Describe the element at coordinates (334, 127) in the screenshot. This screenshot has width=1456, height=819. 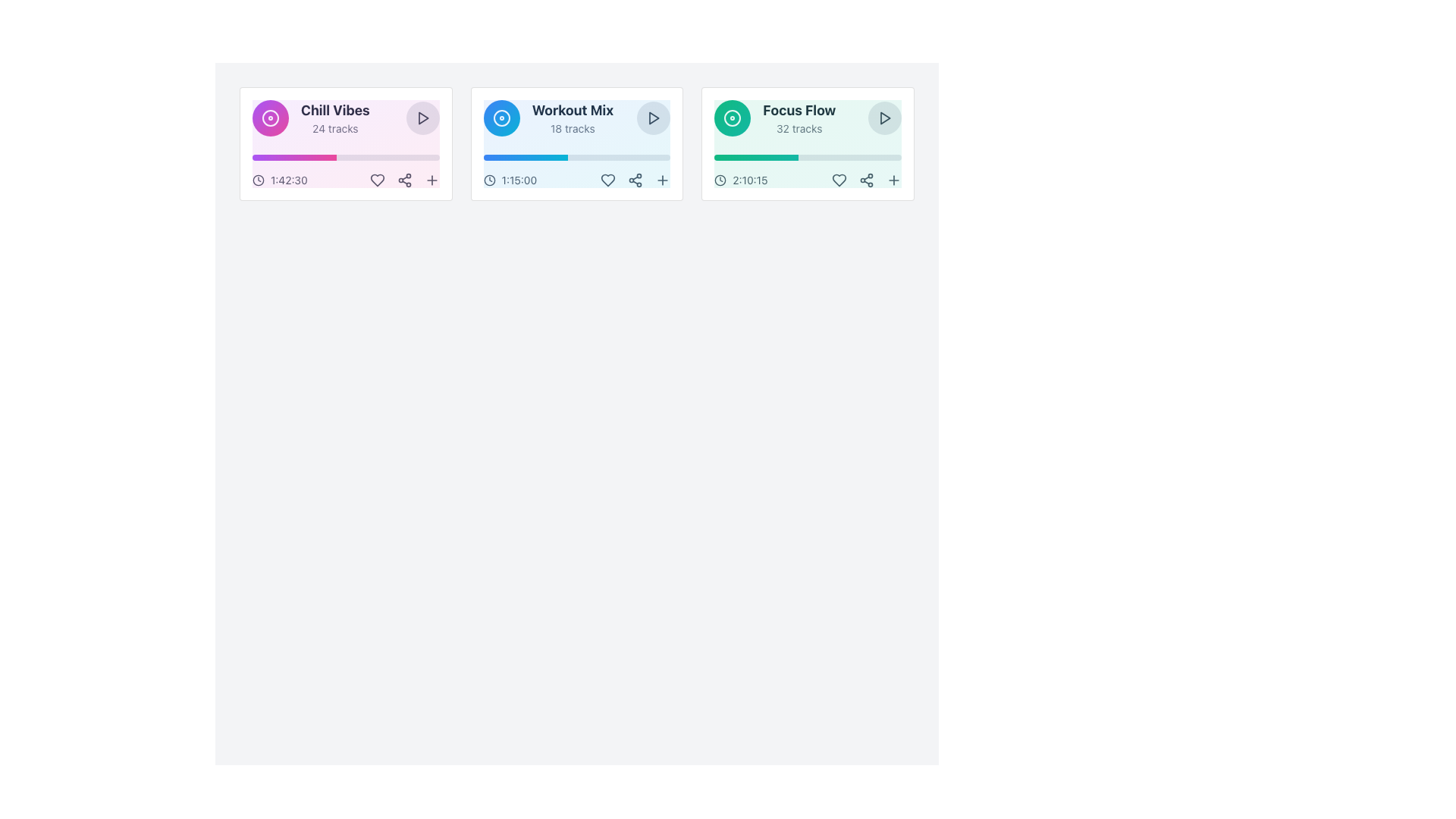
I see `the informational text label indicating the number of tracks within the 'Chill Vibes' playlist, located beneath the 'Chill Vibes' title in the leftmost column of the layout` at that location.